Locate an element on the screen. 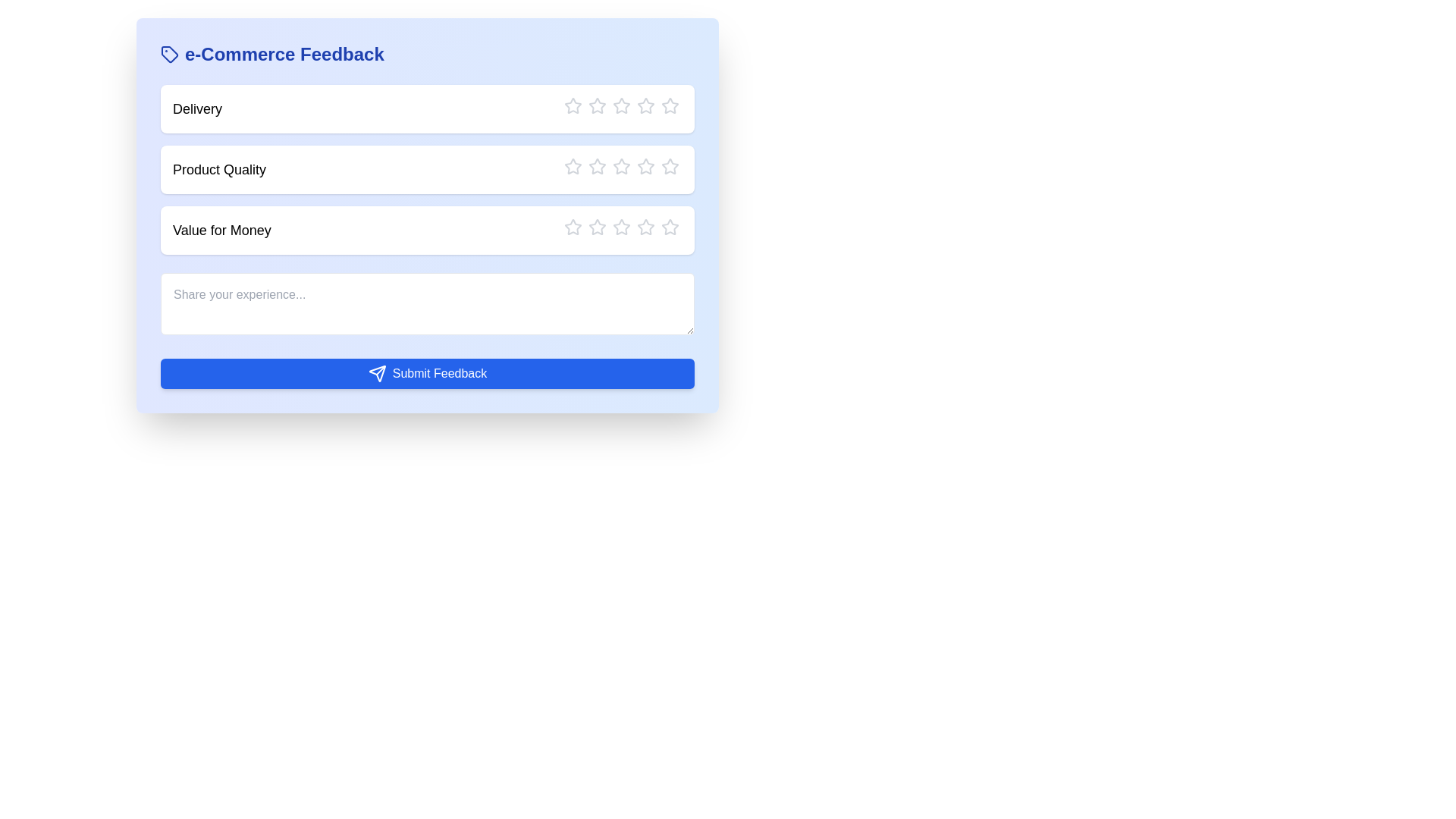 This screenshot has width=1456, height=819. the star corresponding to the rating 5 for the category Product Quality is located at coordinates (661, 166).